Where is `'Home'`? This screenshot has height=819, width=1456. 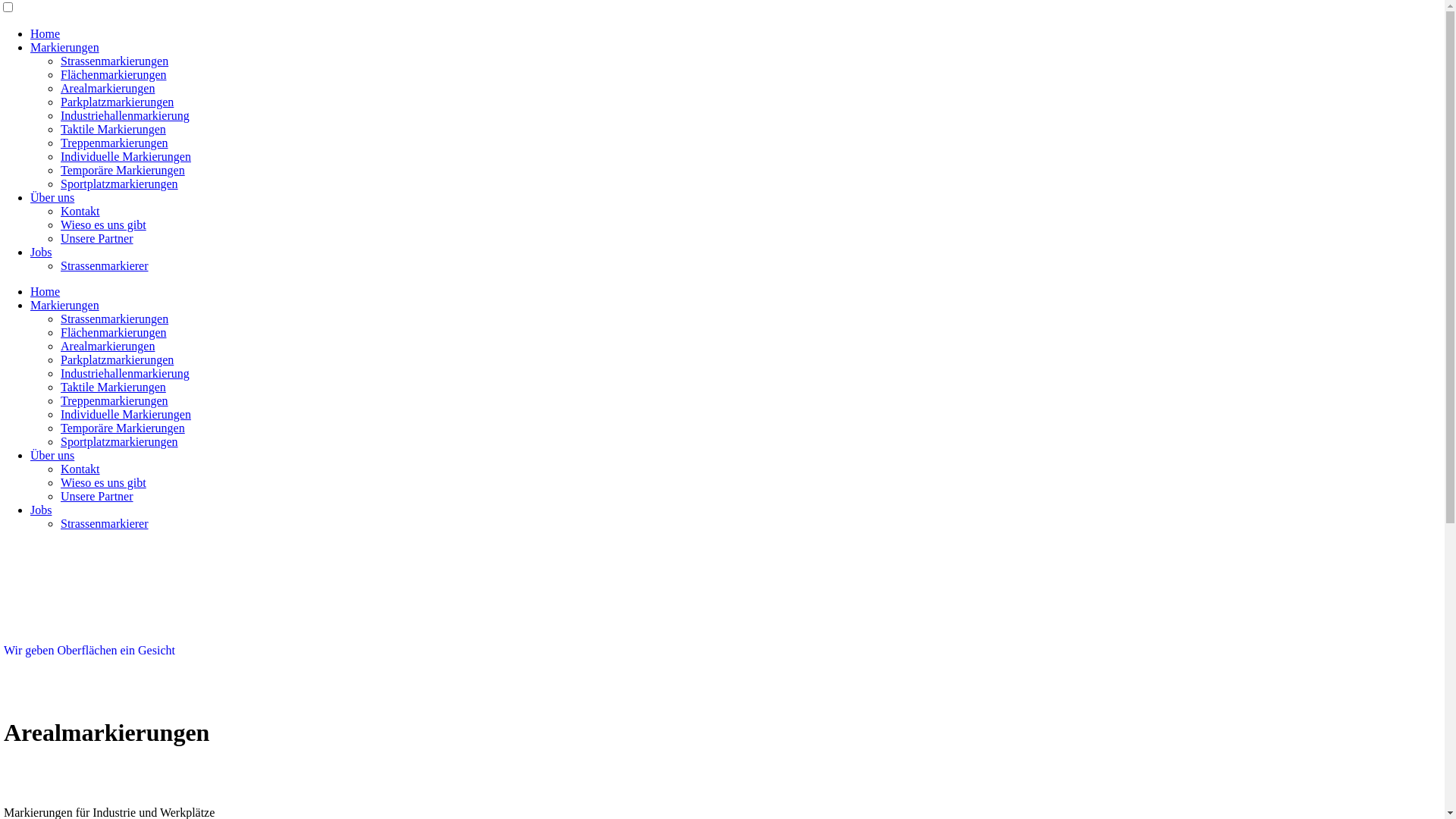
'Home' is located at coordinates (45, 33).